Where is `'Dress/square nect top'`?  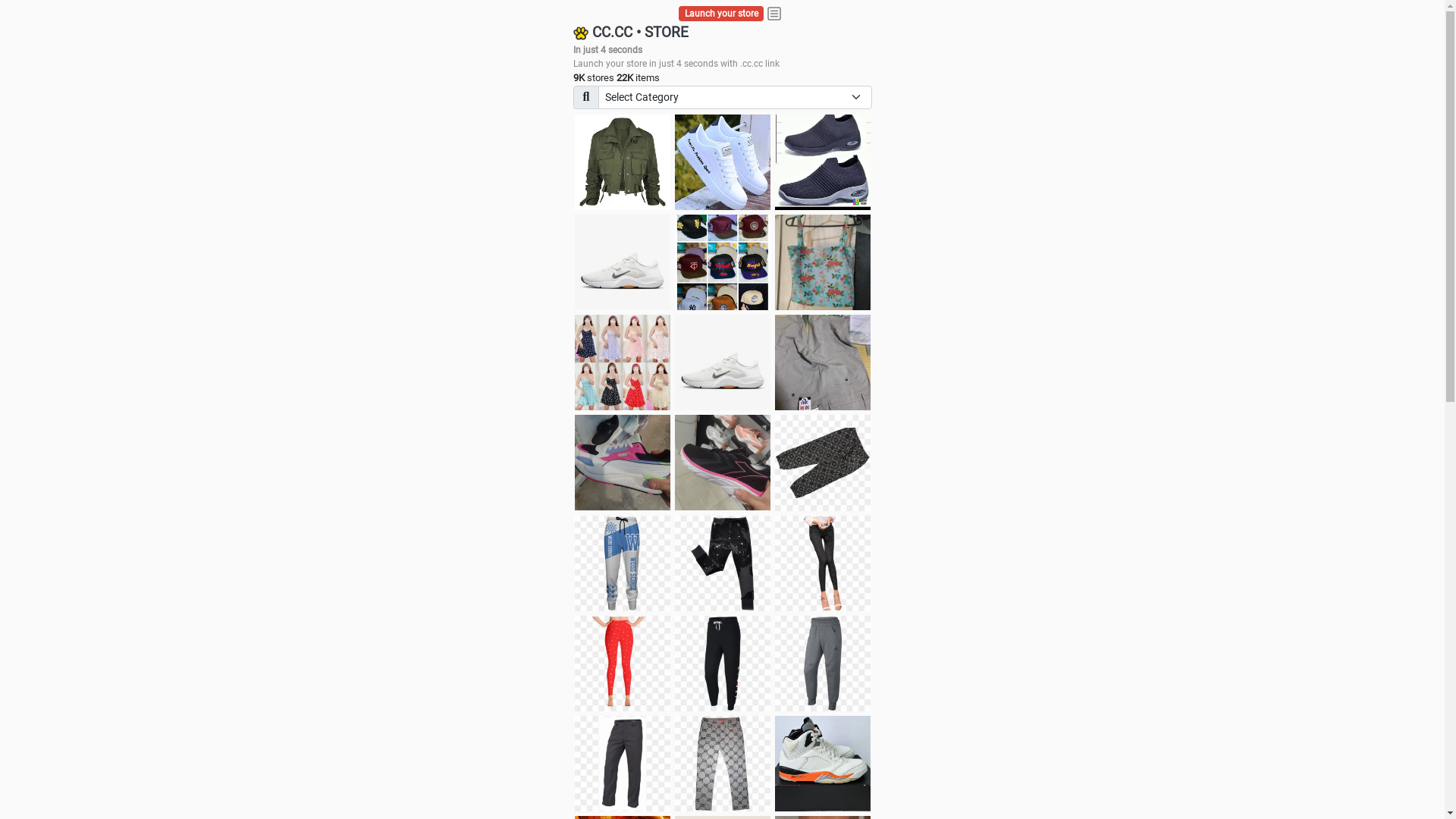
'Dress/square nect top' is located at coordinates (622, 362).